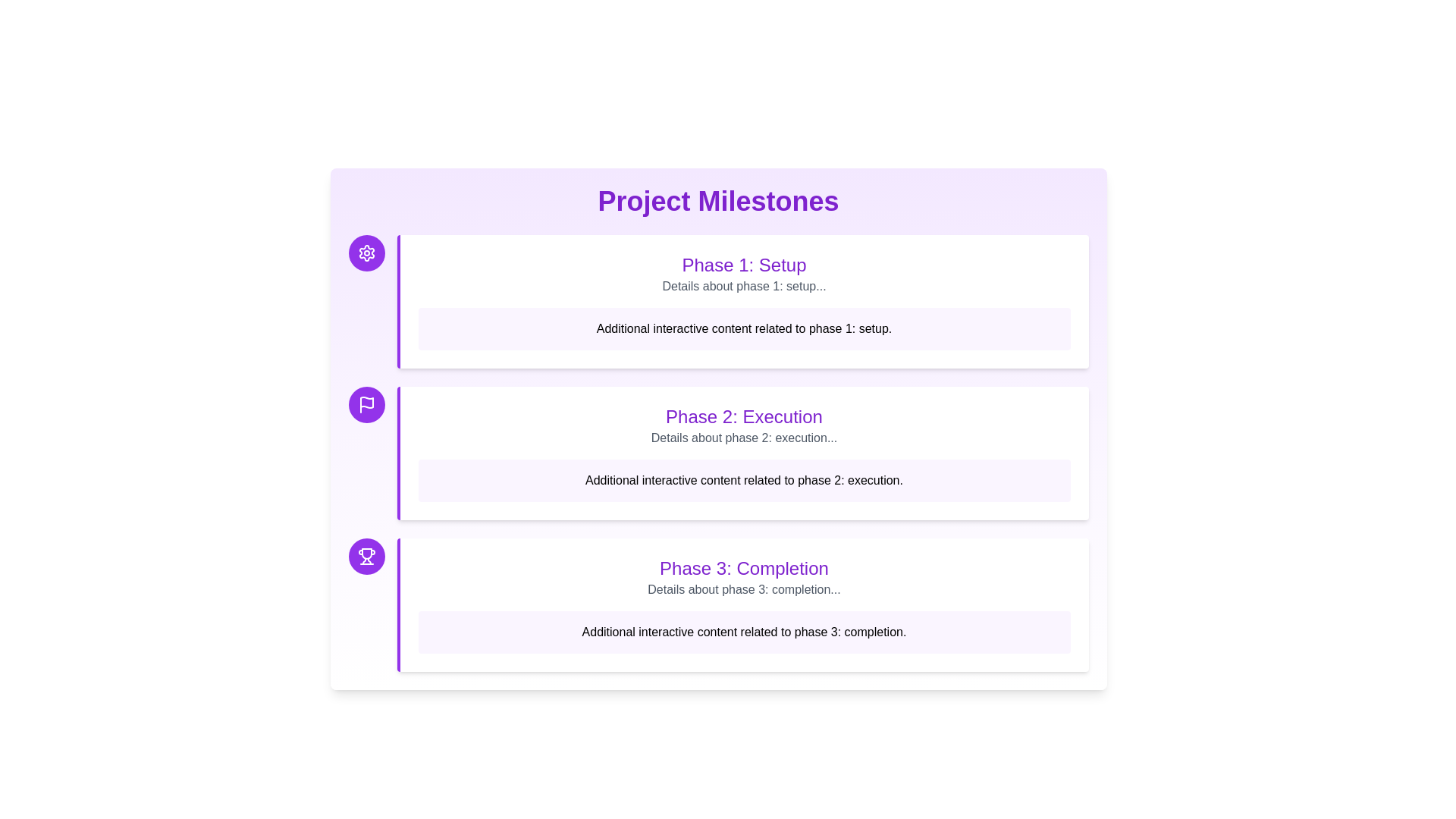 The image size is (1456, 819). Describe the element at coordinates (366, 253) in the screenshot. I see `the settings icon button located inside the first circular icon on the left side of the interface, associated with the 'Phase 1: Setup' stage` at that location.